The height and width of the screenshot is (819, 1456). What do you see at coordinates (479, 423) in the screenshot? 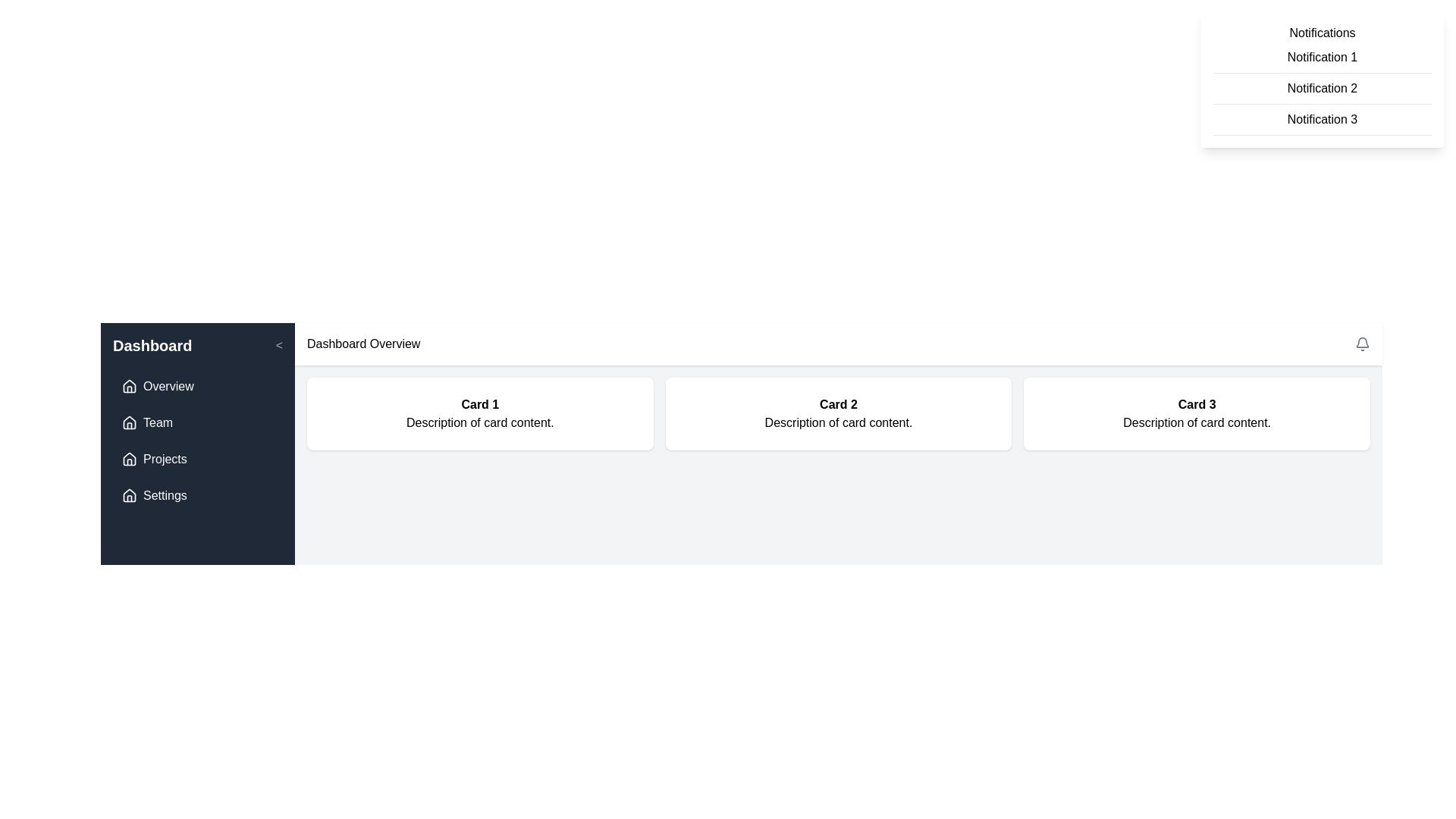
I see `the text label displaying 'Description of card content.' located below the header 'Card 1' in the leftmost card of a three-card layout` at bounding box center [479, 423].